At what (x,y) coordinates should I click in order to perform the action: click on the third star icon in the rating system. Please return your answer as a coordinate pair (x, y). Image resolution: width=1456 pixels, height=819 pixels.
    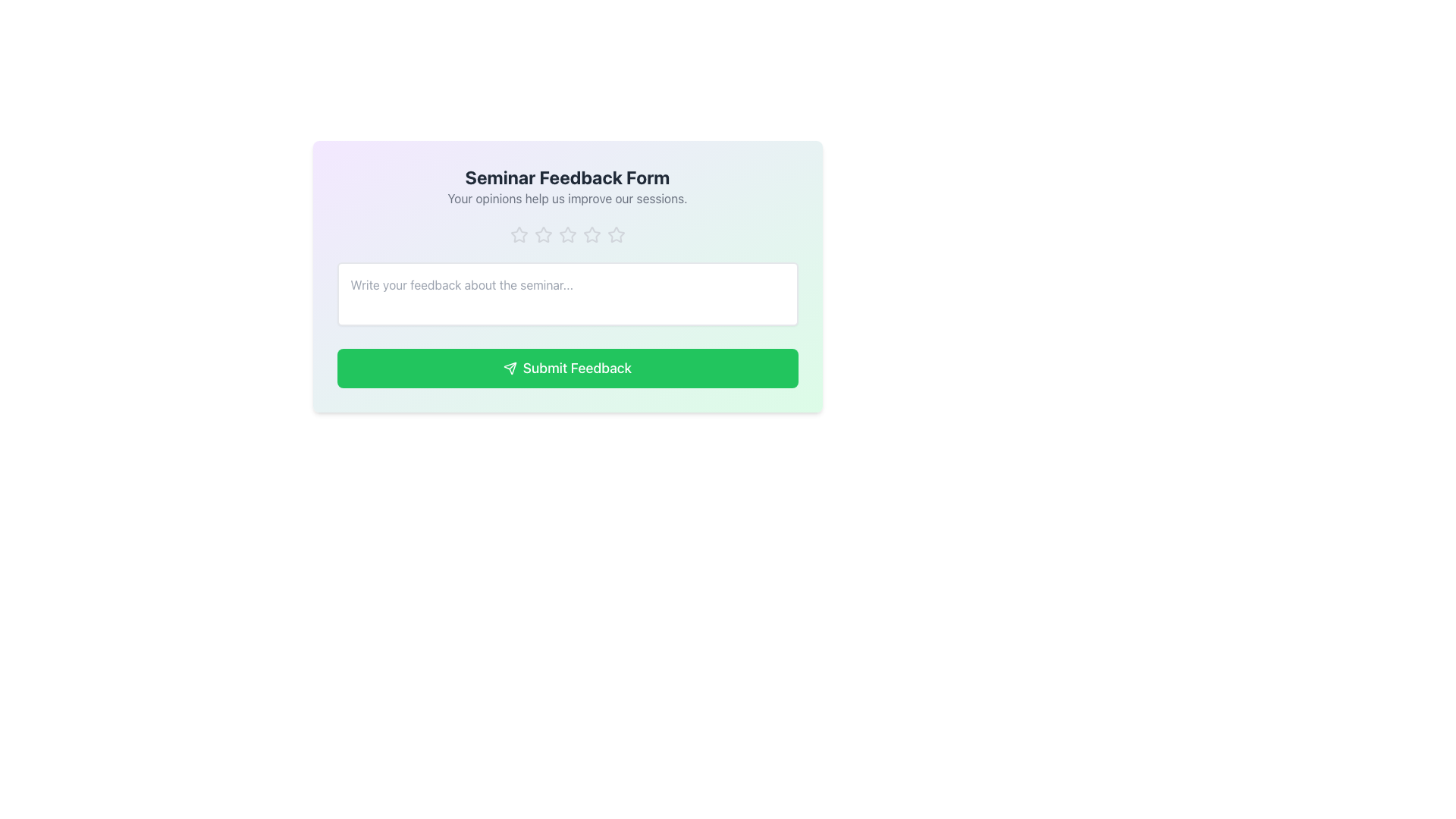
    Looking at the image, I should click on (590, 234).